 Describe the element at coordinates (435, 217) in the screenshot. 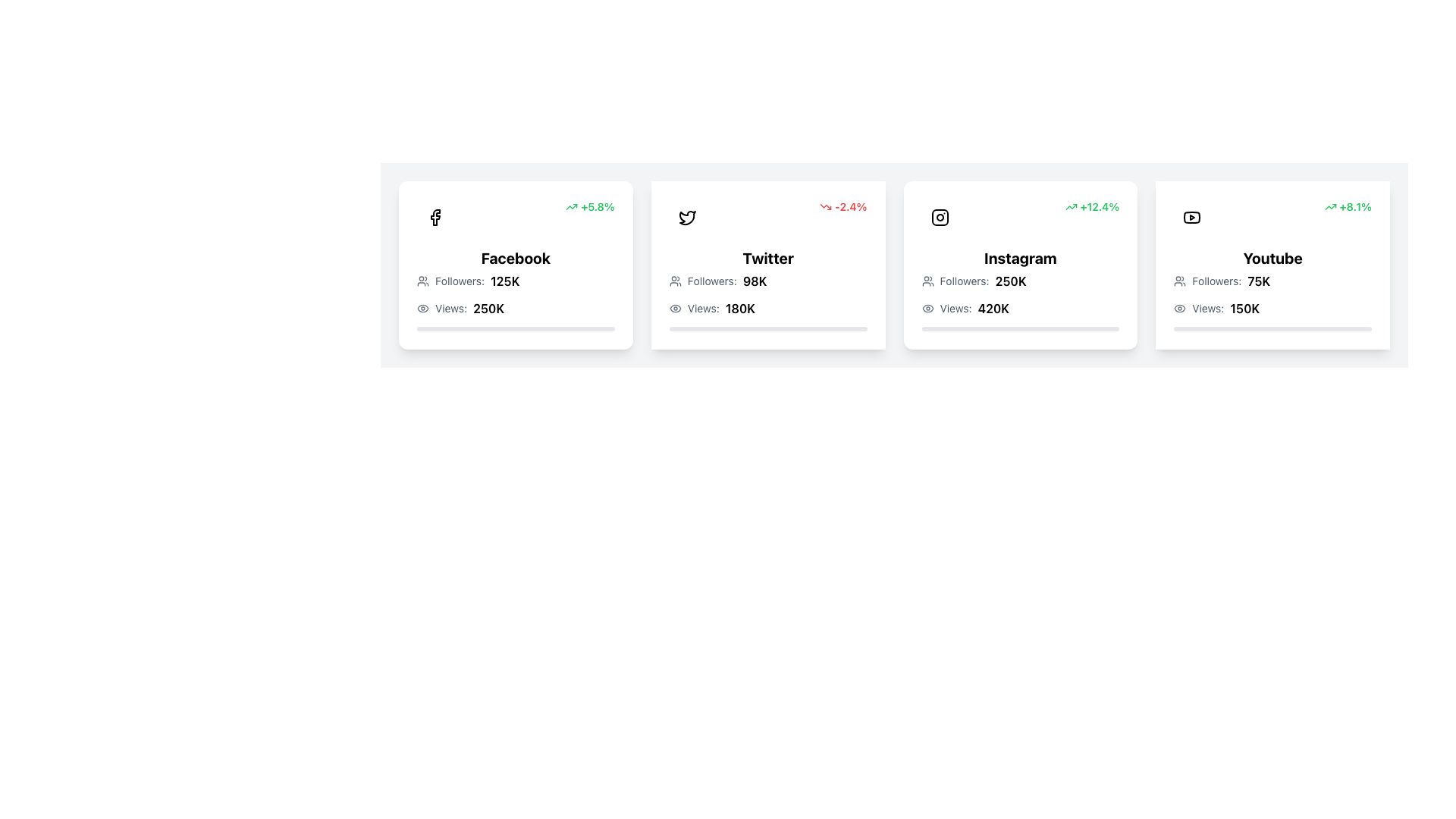

I see `the Facebook logo located in the top-left corner of the card titled 'Facebook', which visually identifies the card as associated with the Facebook platform` at that location.